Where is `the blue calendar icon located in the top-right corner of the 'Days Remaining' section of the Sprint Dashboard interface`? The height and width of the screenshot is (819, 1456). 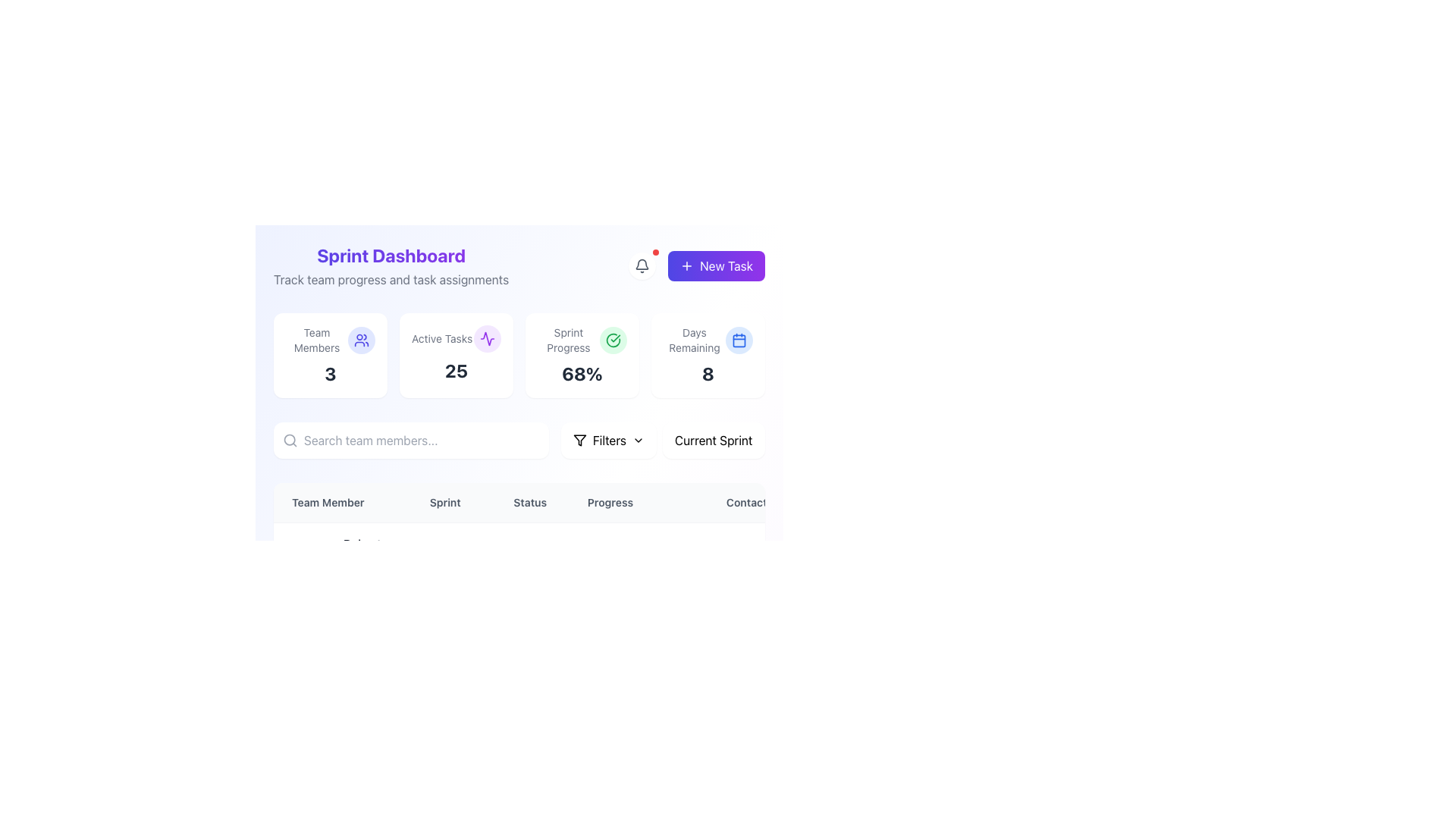 the blue calendar icon located in the top-right corner of the 'Days Remaining' section of the Sprint Dashboard interface is located at coordinates (739, 339).